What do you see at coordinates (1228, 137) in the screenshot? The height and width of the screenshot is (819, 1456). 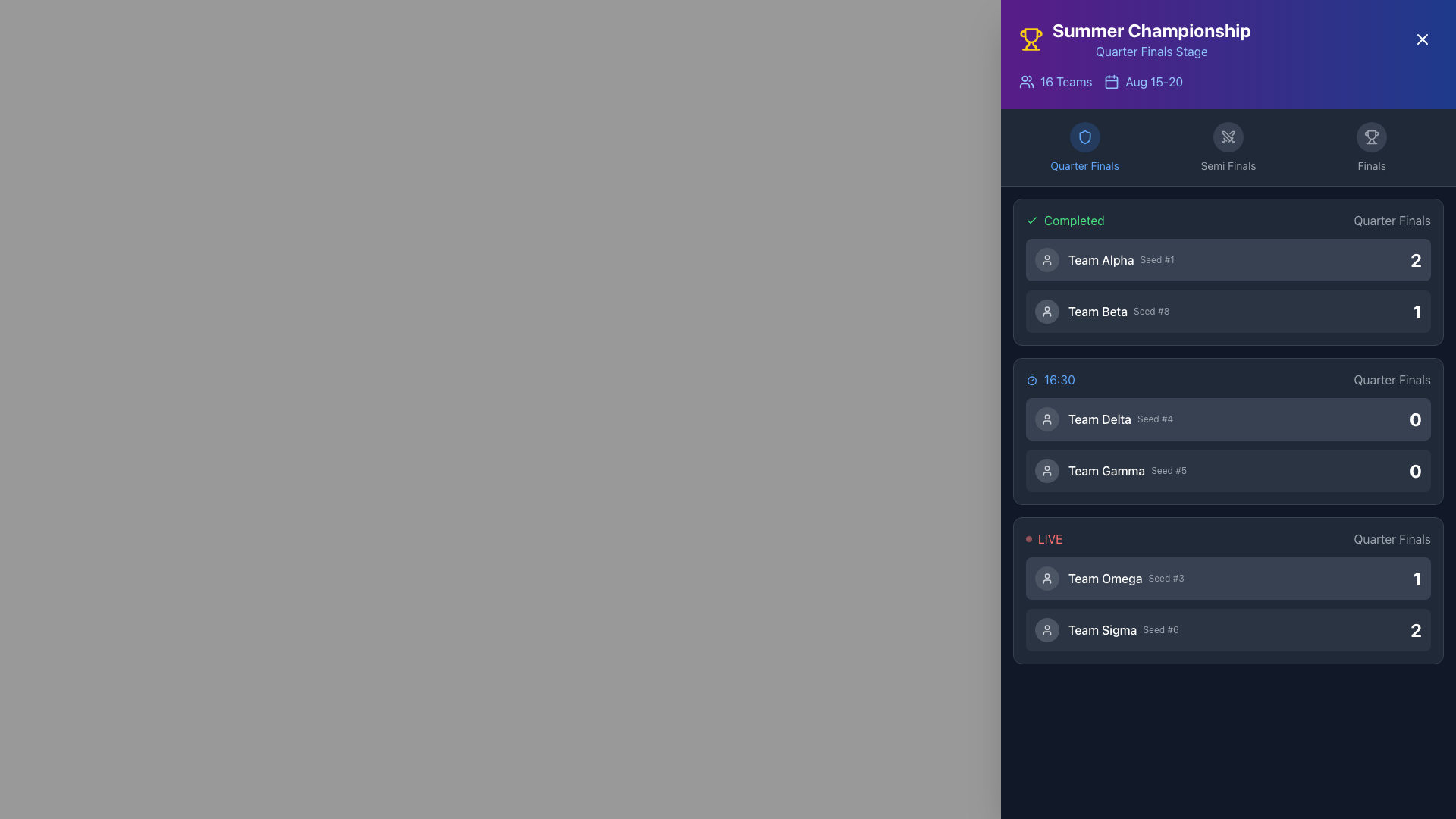 I see `the crossed swords icon on the dark rounded square background` at bounding box center [1228, 137].